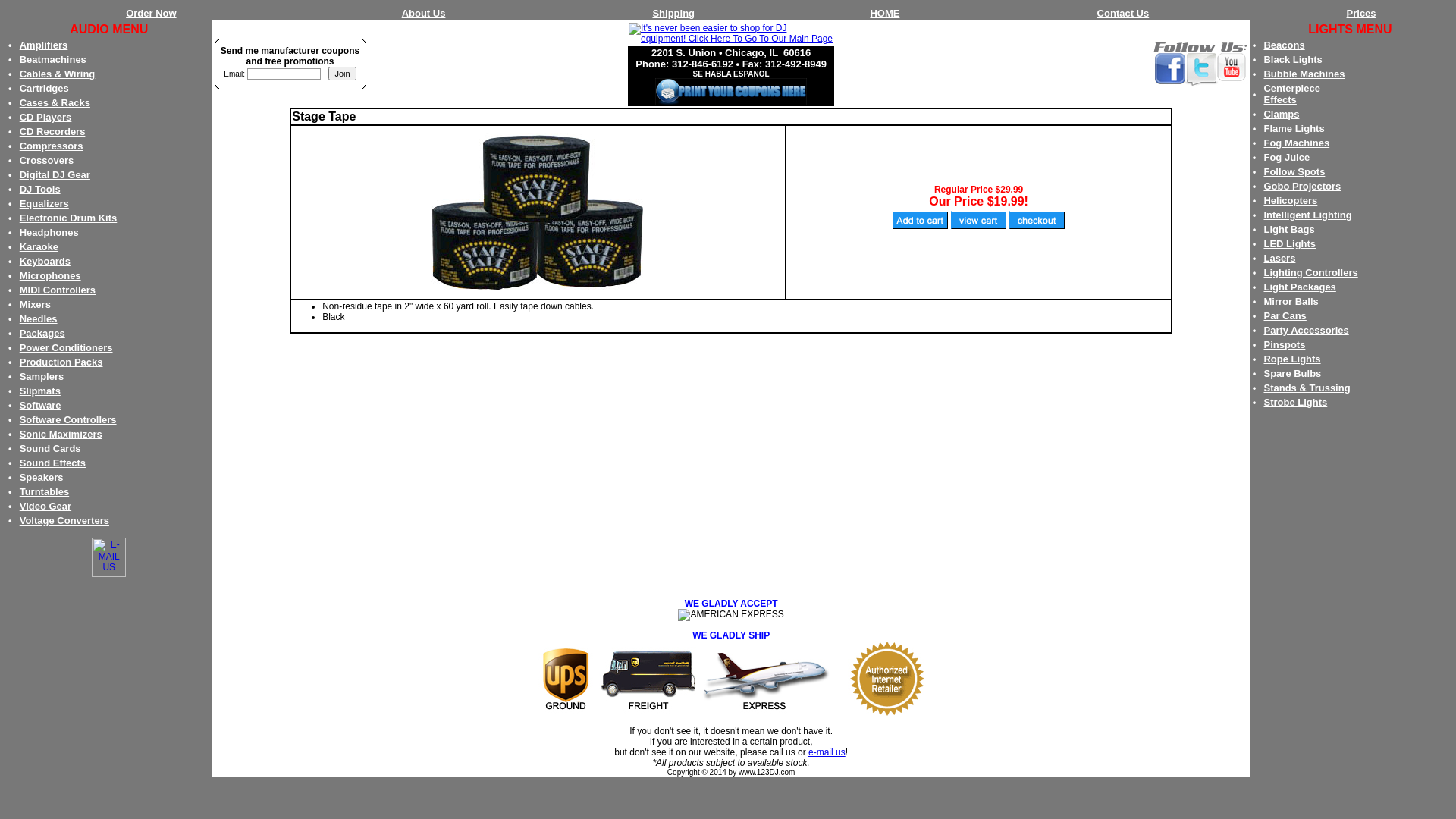  What do you see at coordinates (1291, 373) in the screenshot?
I see `'Spare Bulbs'` at bounding box center [1291, 373].